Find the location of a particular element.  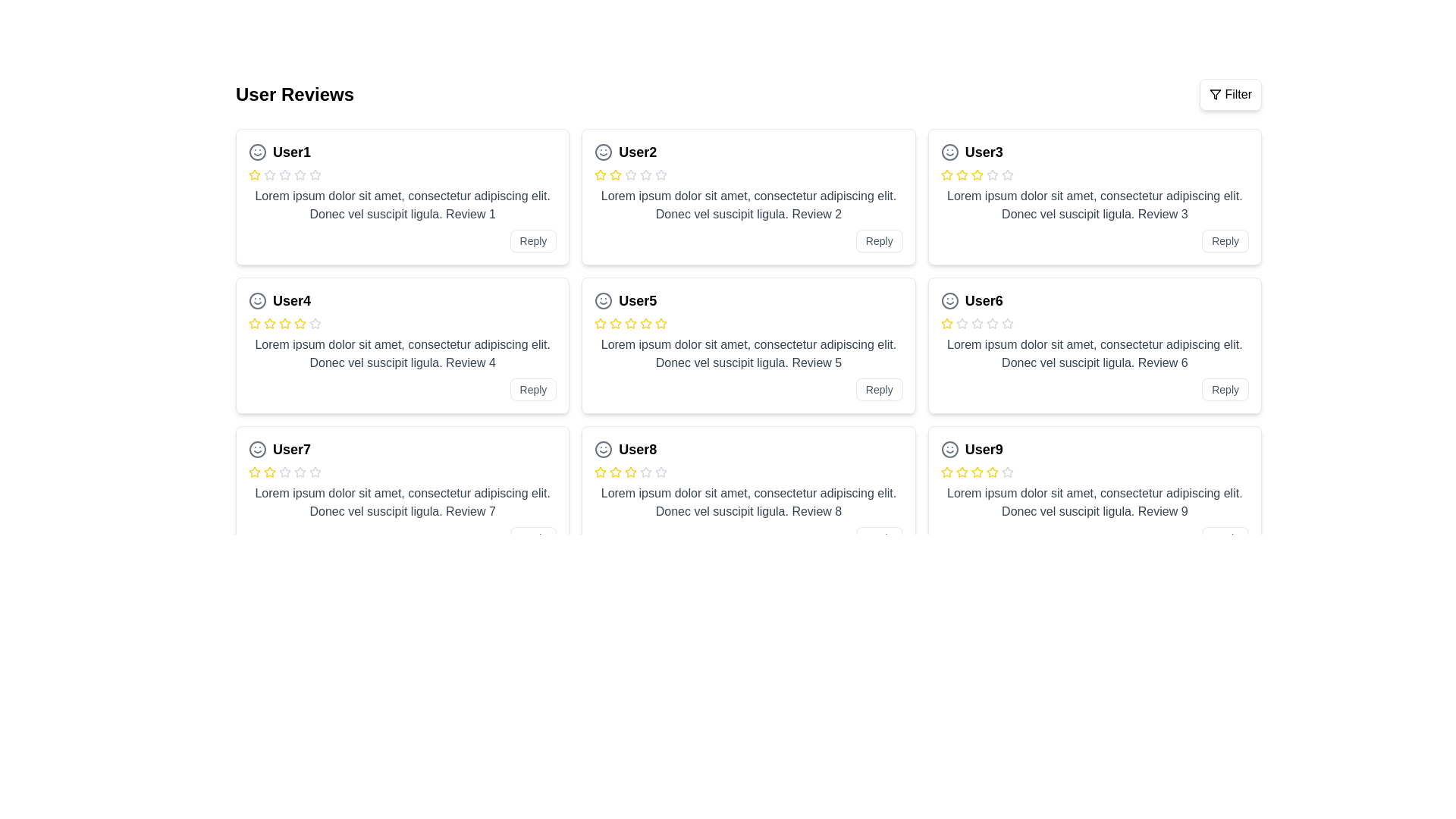

the third star in the rating system for 'User8' is located at coordinates (631, 471).